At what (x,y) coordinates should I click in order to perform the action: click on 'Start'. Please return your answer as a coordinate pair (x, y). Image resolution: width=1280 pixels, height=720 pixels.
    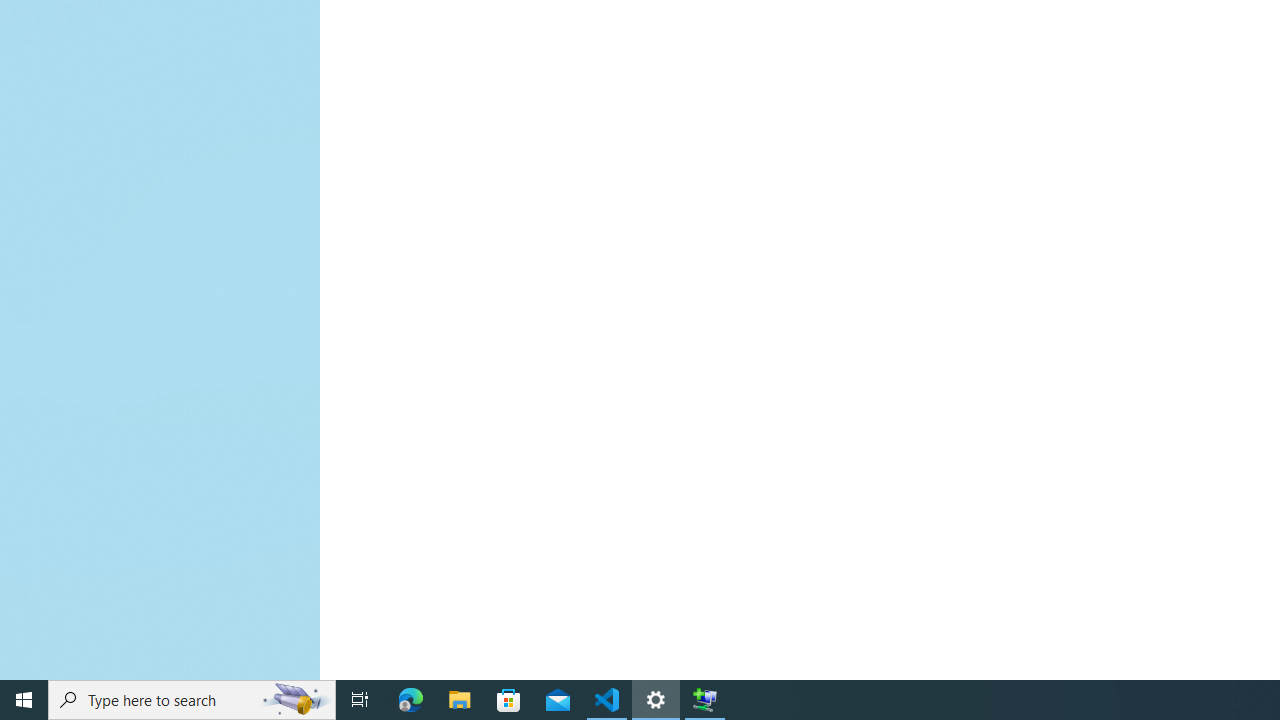
    Looking at the image, I should click on (24, 698).